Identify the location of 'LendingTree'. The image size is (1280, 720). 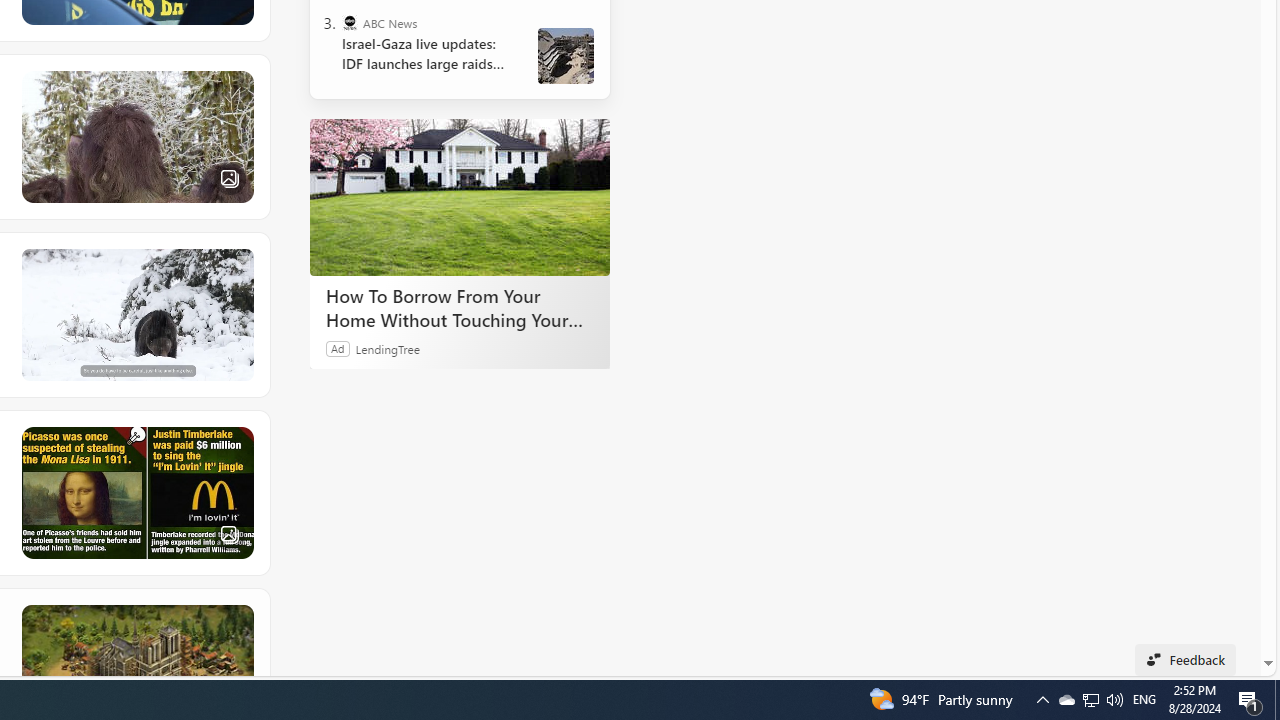
(387, 347).